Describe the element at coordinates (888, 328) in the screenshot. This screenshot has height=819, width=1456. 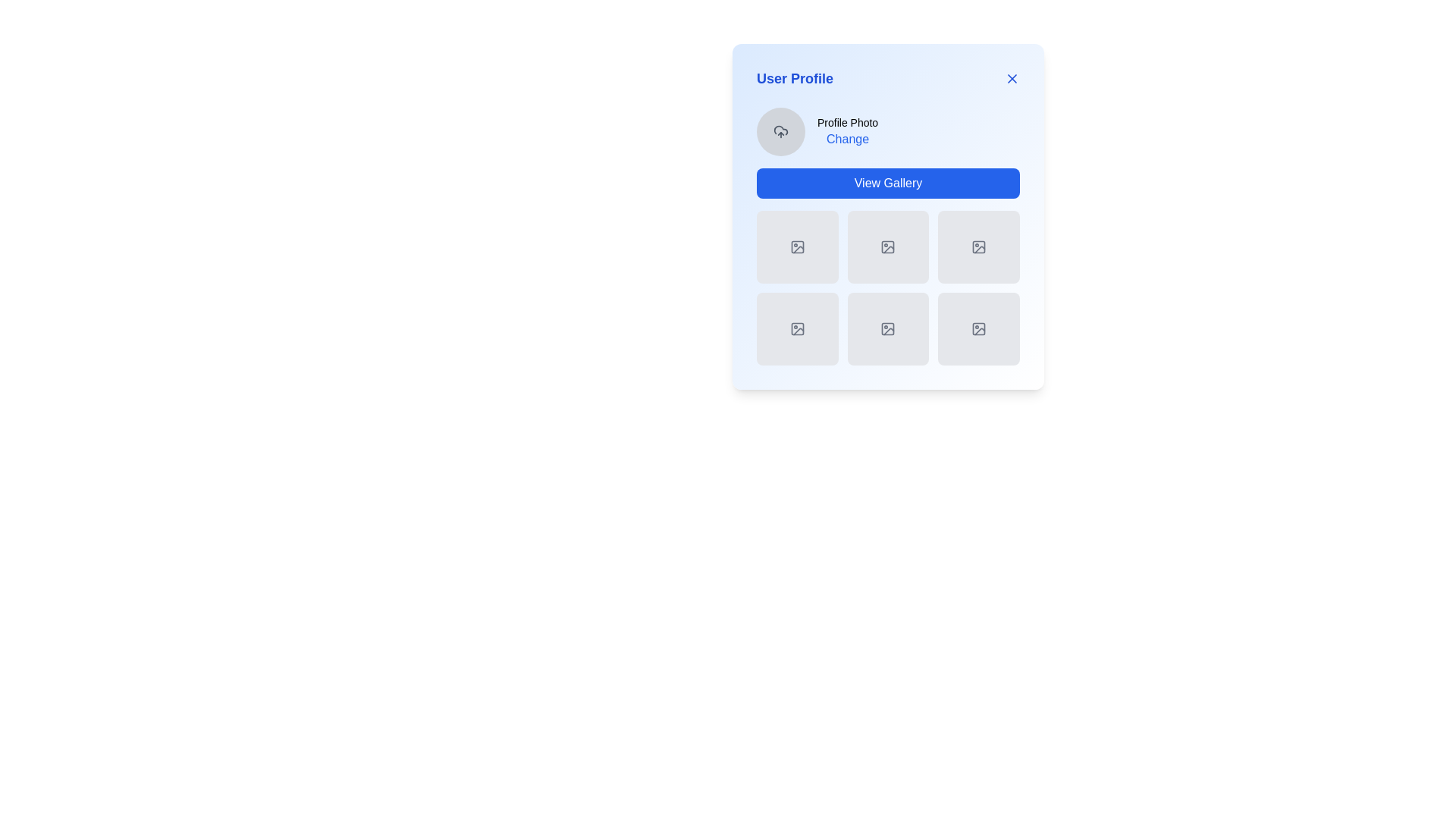
I see `the image icon located in the lower middle position of a 3x2 grid, characterized by a gray square outline with a small circle and a diagonal line inside` at that location.